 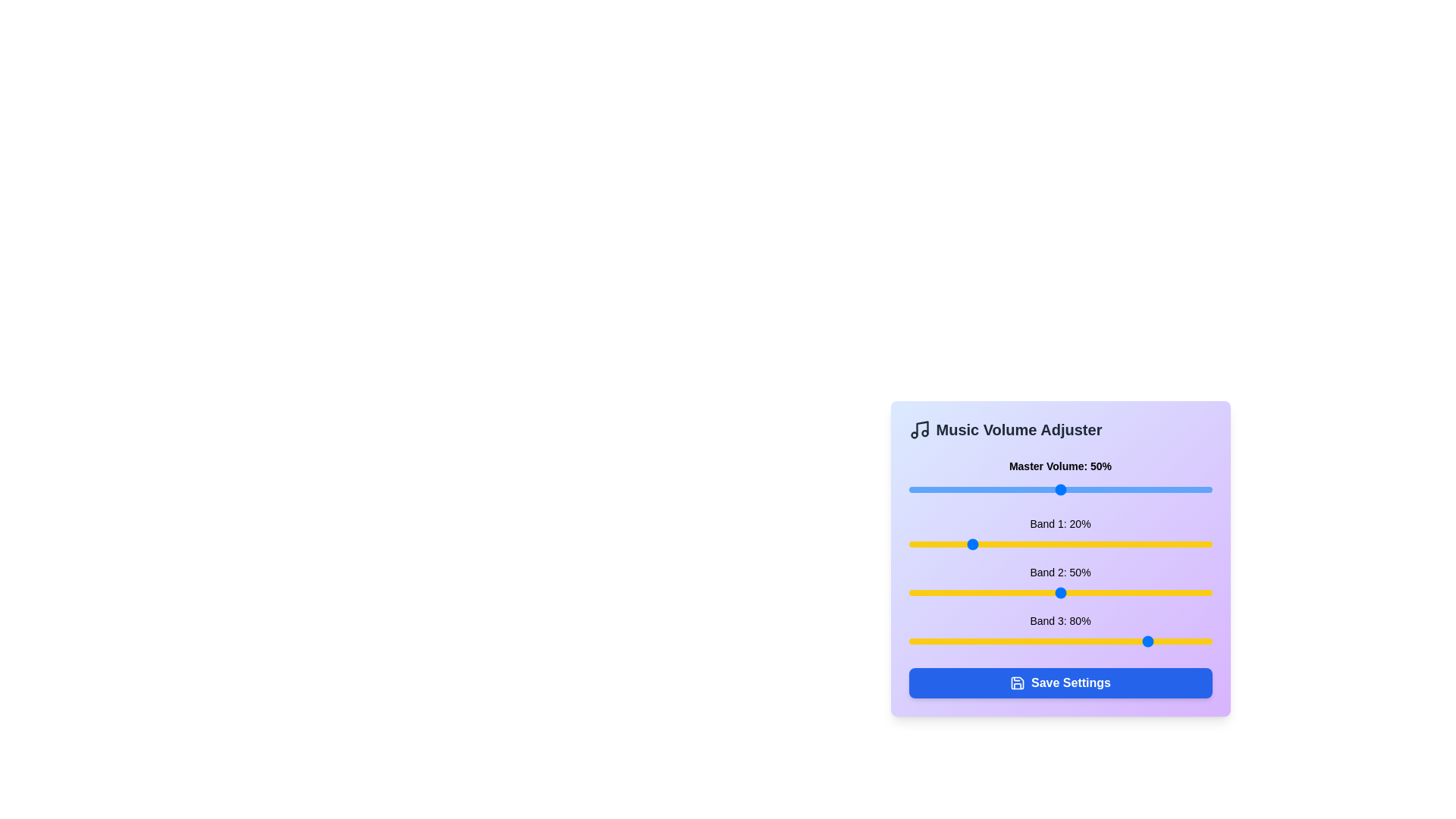 I want to click on the 'Save Settings' button, which has a blue background and white text, located at the bottom of the 'Music Volume Adjuster' card, so click(x=1059, y=683).